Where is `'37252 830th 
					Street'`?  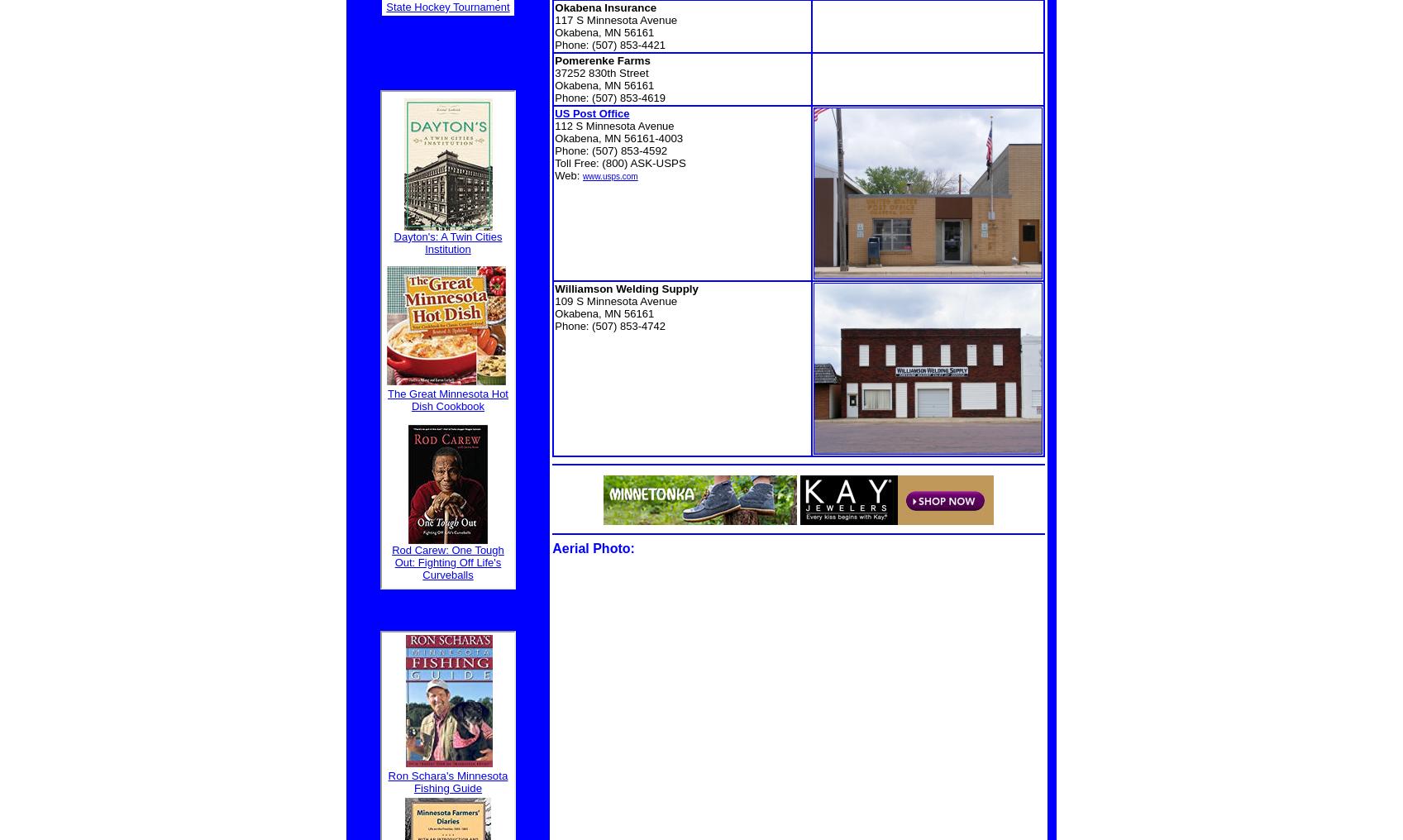 '37252 830th 
					Street' is located at coordinates (554, 73).